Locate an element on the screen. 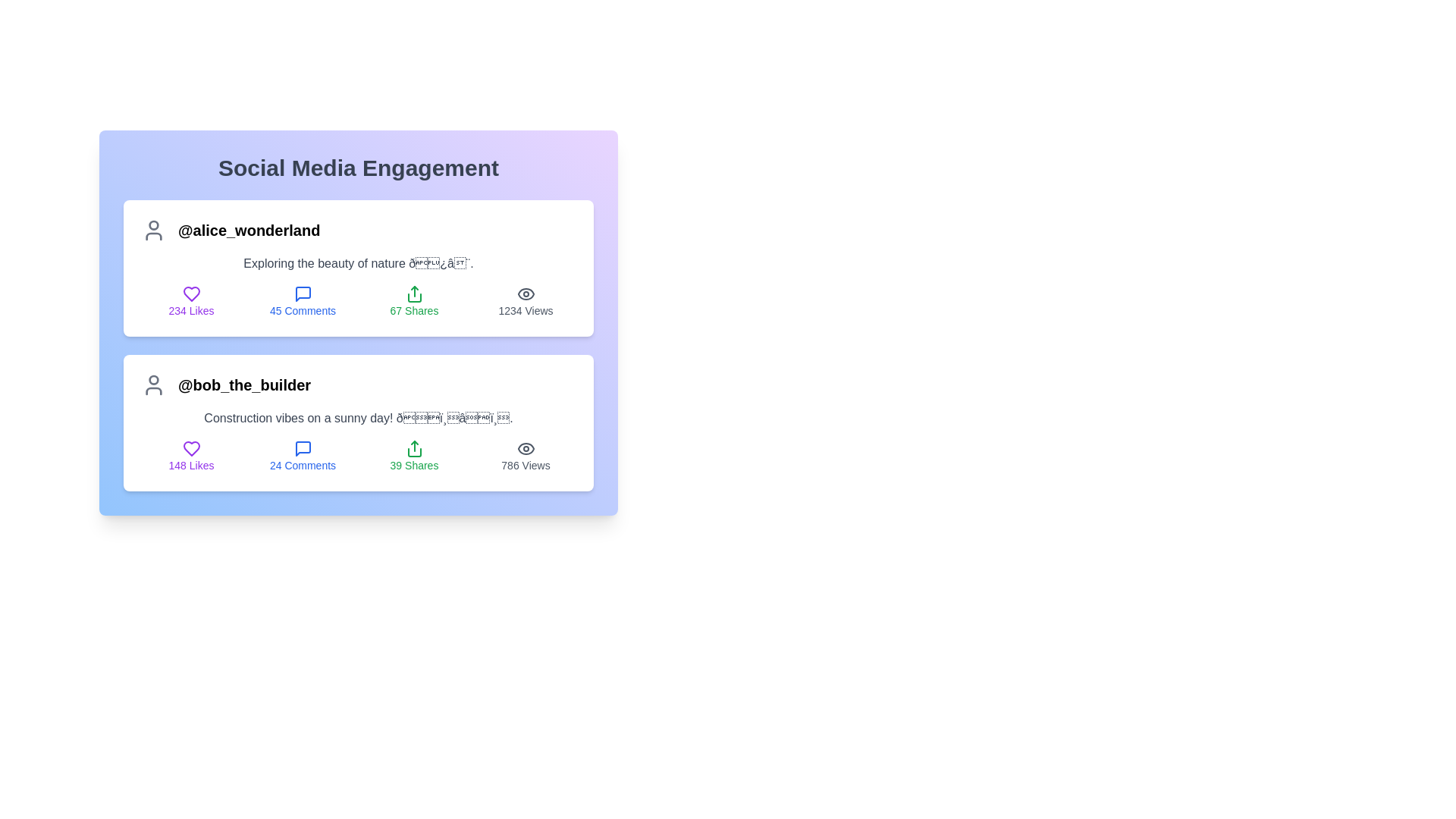 The image size is (1456, 819). the eye icon indicating view counts located in the second post area under the username '@bob_the_builder', adjacent to '786 Views' is located at coordinates (526, 447).